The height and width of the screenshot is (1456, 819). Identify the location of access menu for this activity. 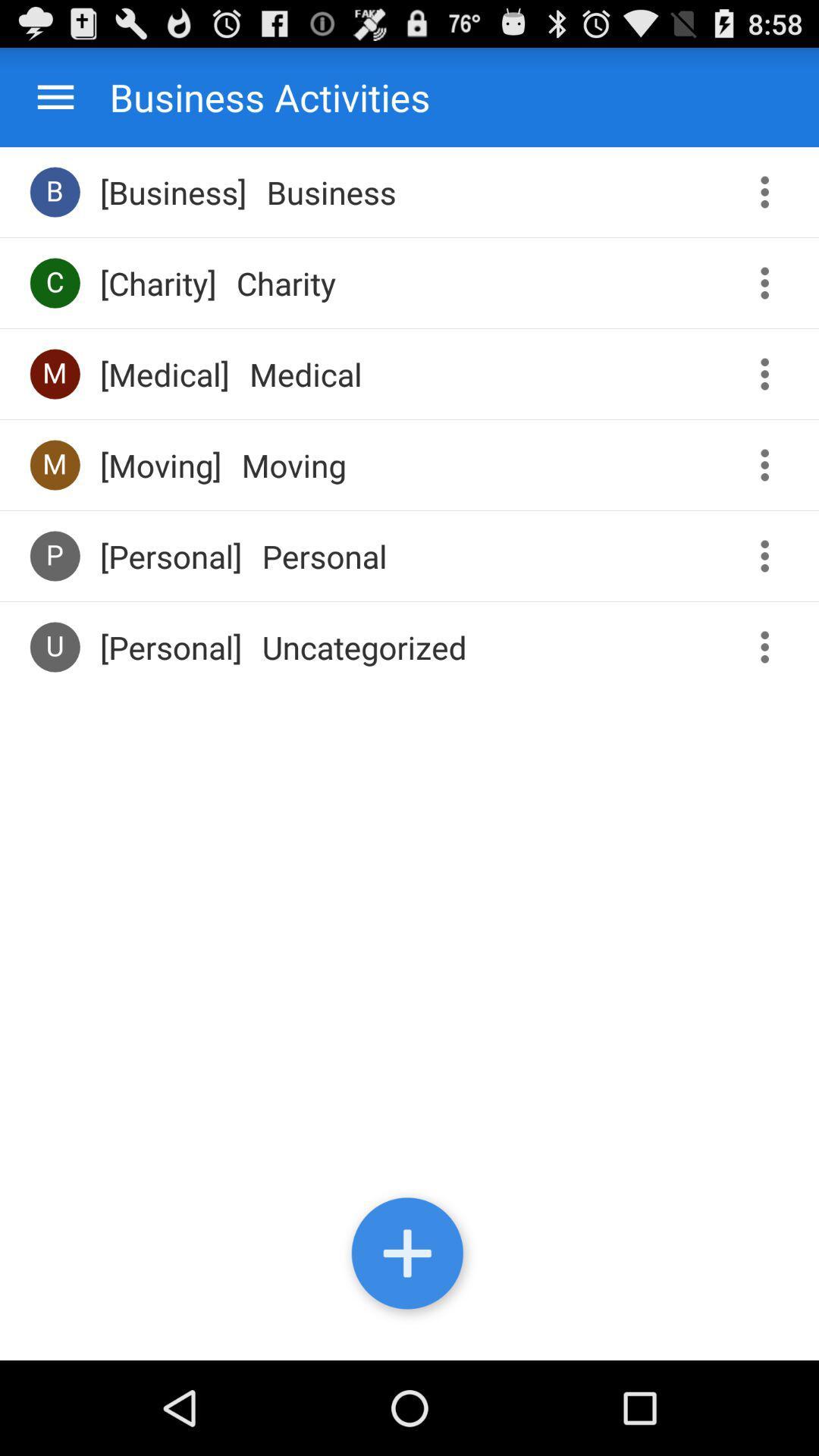
(770, 647).